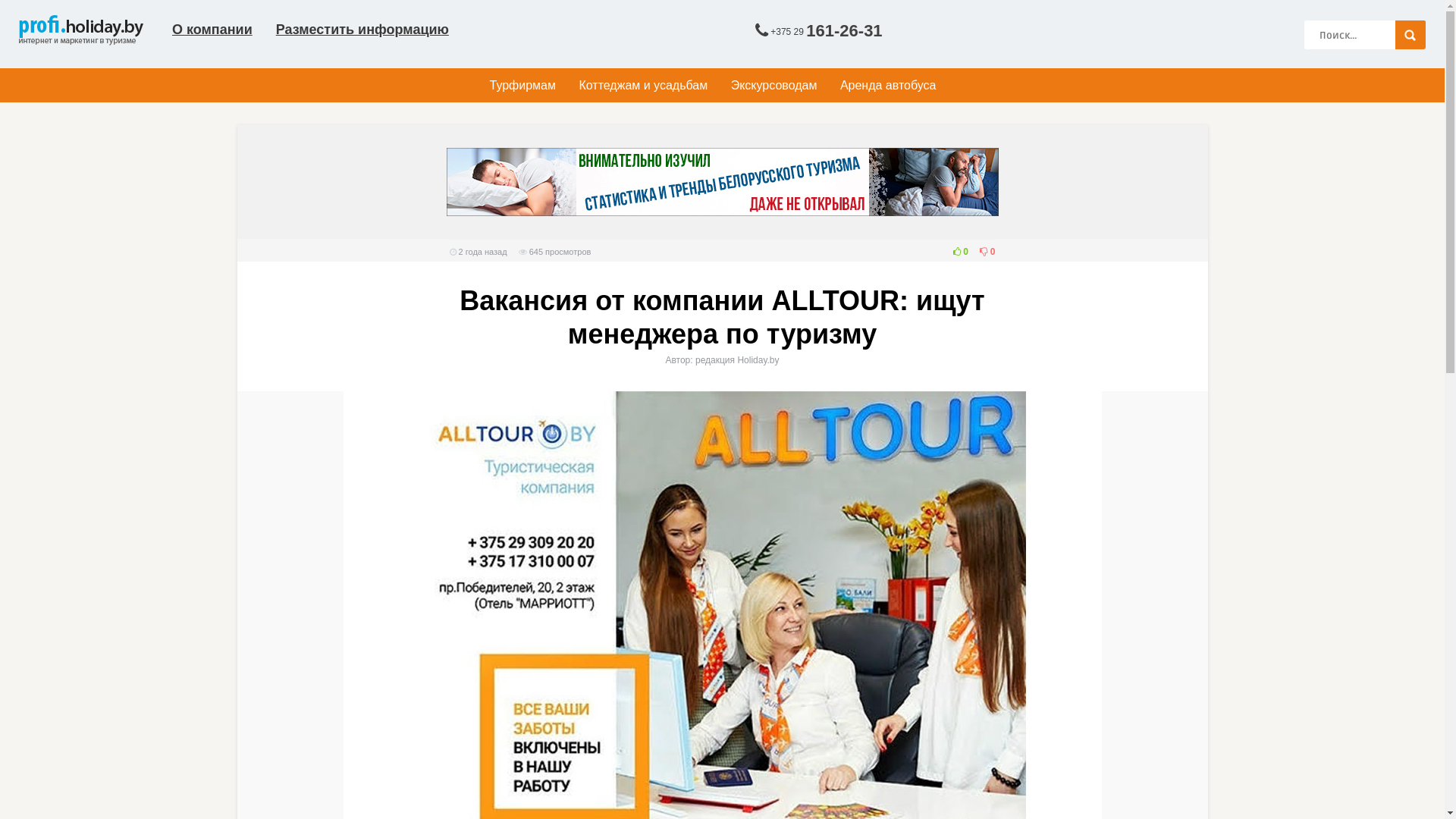 This screenshot has width=1456, height=819. I want to click on 'Search', so click(1410, 34).